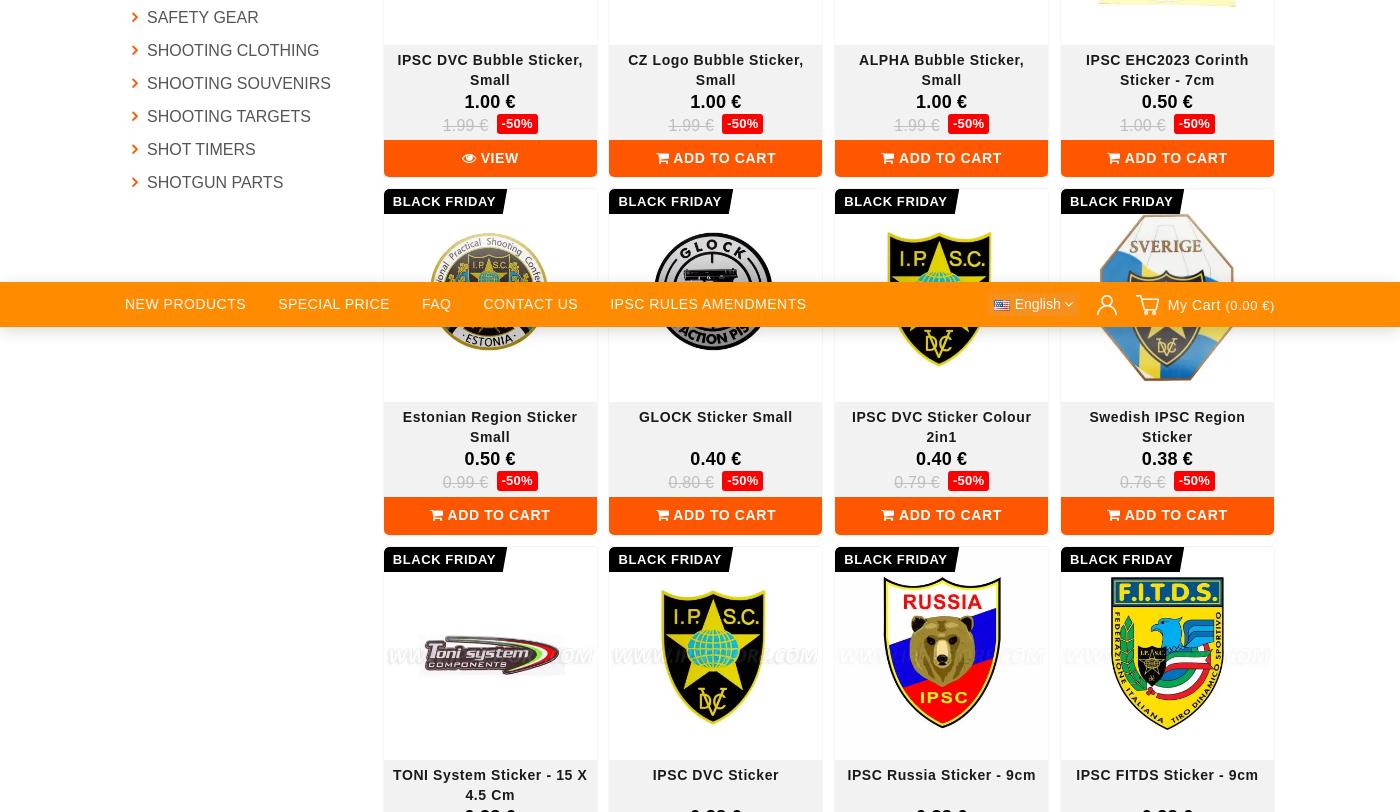  What do you see at coordinates (934, 151) in the screenshot?
I see `'For dealers & suppliers'` at bounding box center [934, 151].